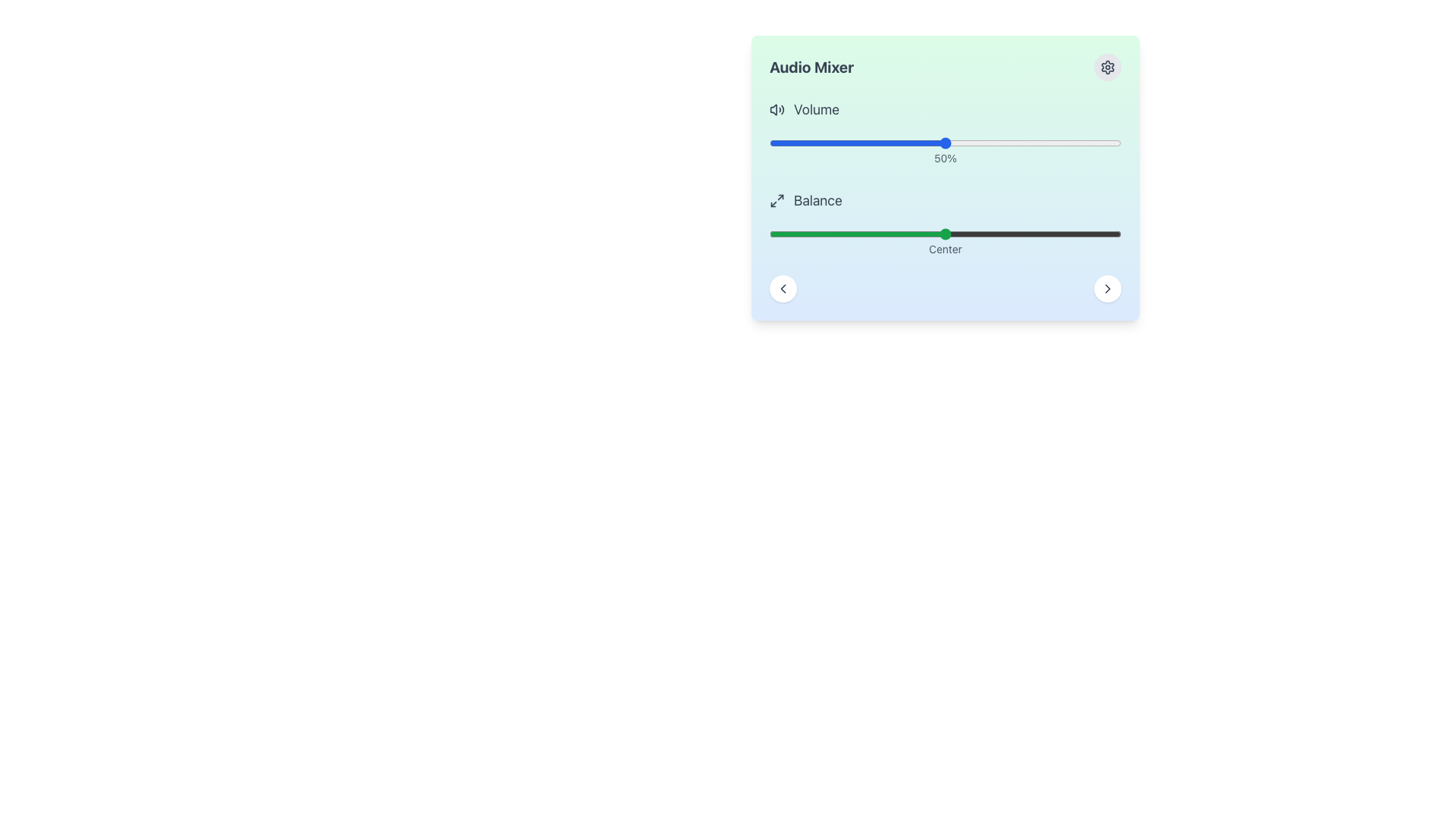 The width and height of the screenshot is (1456, 819). What do you see at coordinates (952, 143) in the screenshot?
I see `the volume` at bounding box center [952, 143].